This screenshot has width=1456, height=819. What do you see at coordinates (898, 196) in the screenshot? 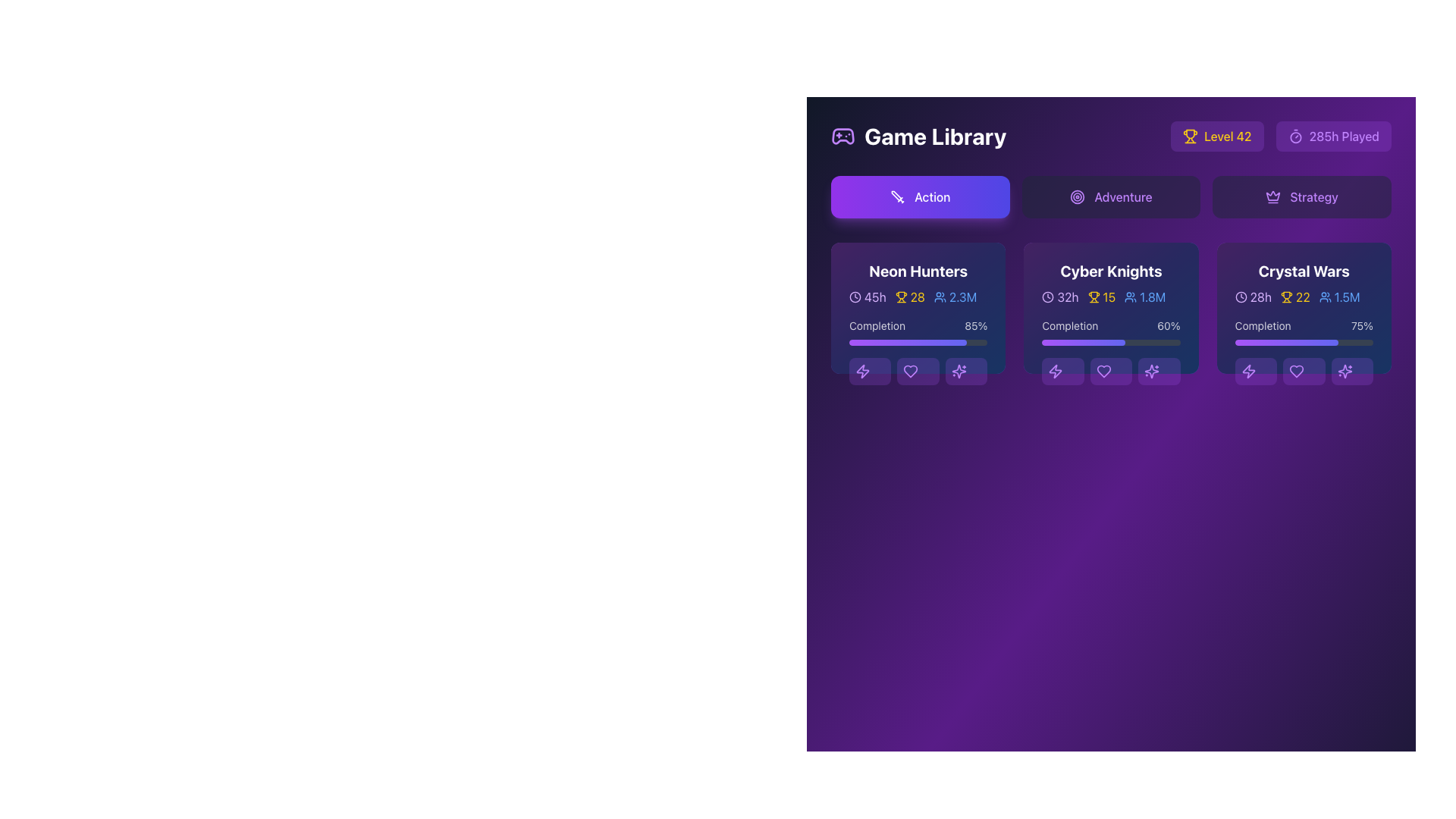
I see `the white sword icon located on the left side of the gradient purple rectangular button labeled 'Action'` at bounding box center [898, 196].